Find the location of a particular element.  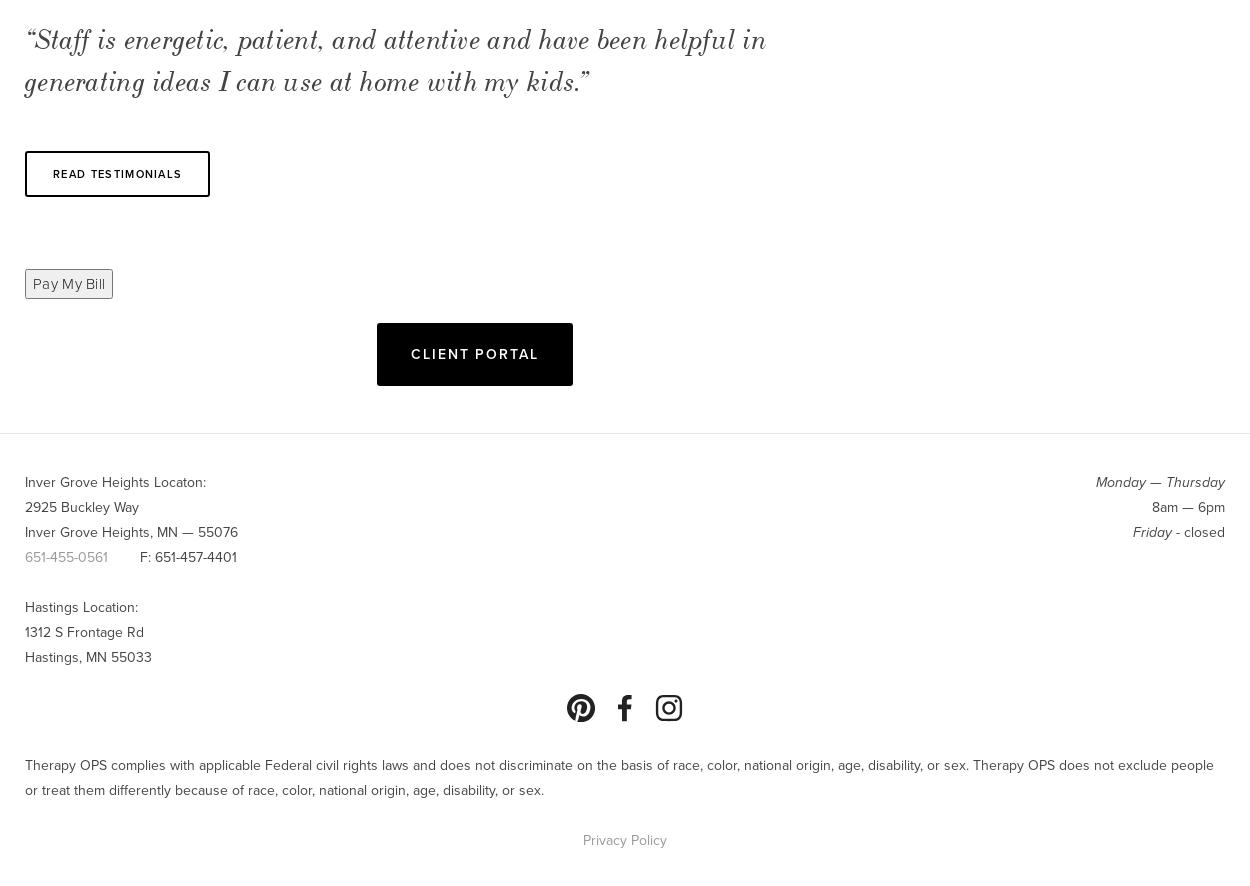

'Privacy Policy' is located at coordinates (582, 839).